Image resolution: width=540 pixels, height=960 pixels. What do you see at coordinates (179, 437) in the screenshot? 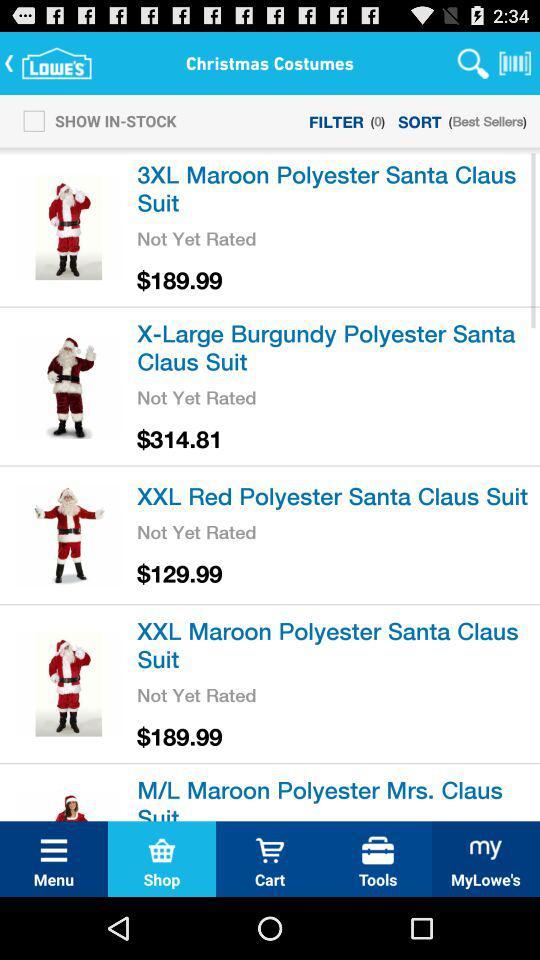
I see `the icon above the xxl red polyester item` at bounding box center [179, 437].